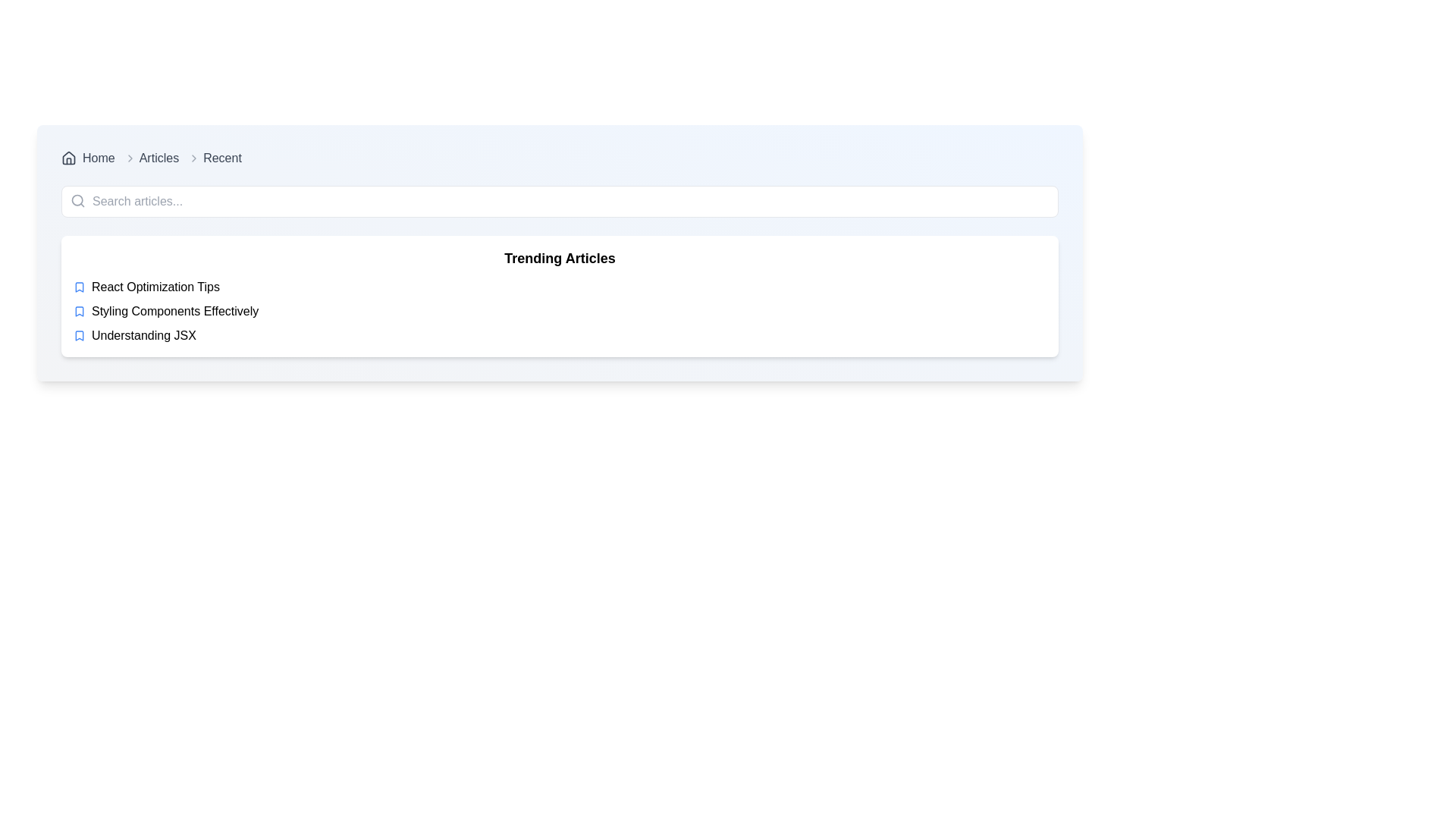  What do you see at coordinates (559, 158) in the screenshot?
I see `the 'Home' segment of the Breadcrumb navigation bar` at bounding box center [559, 158].